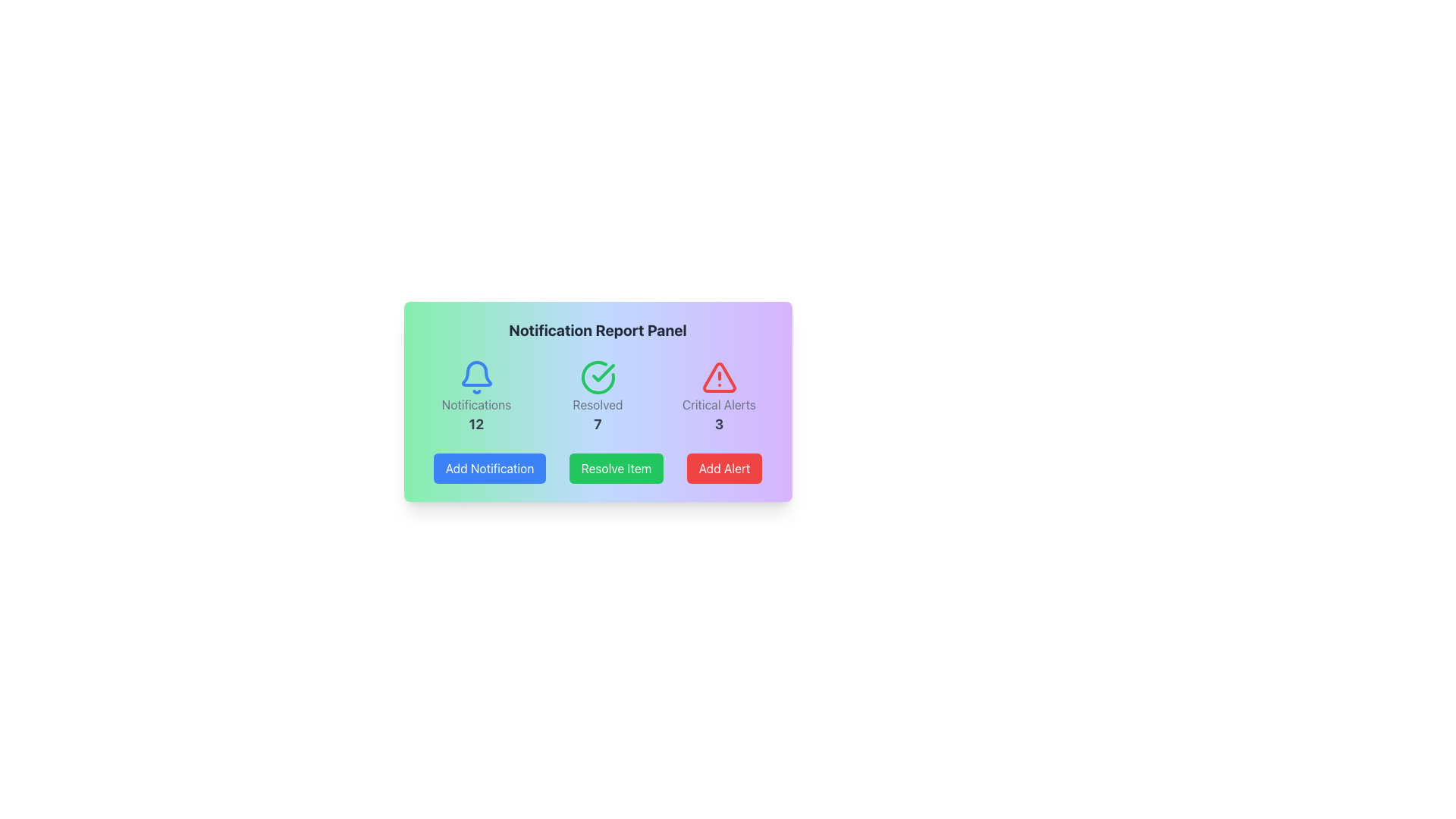  What do you see at coordinates (597, 424) in the screenshot?
I see `the text label displaying the count of resolved items in the 'Resolved' category, located beneath a green checkmark icon and above the 'Resolve Item' button` at bounding box center [597, 424].